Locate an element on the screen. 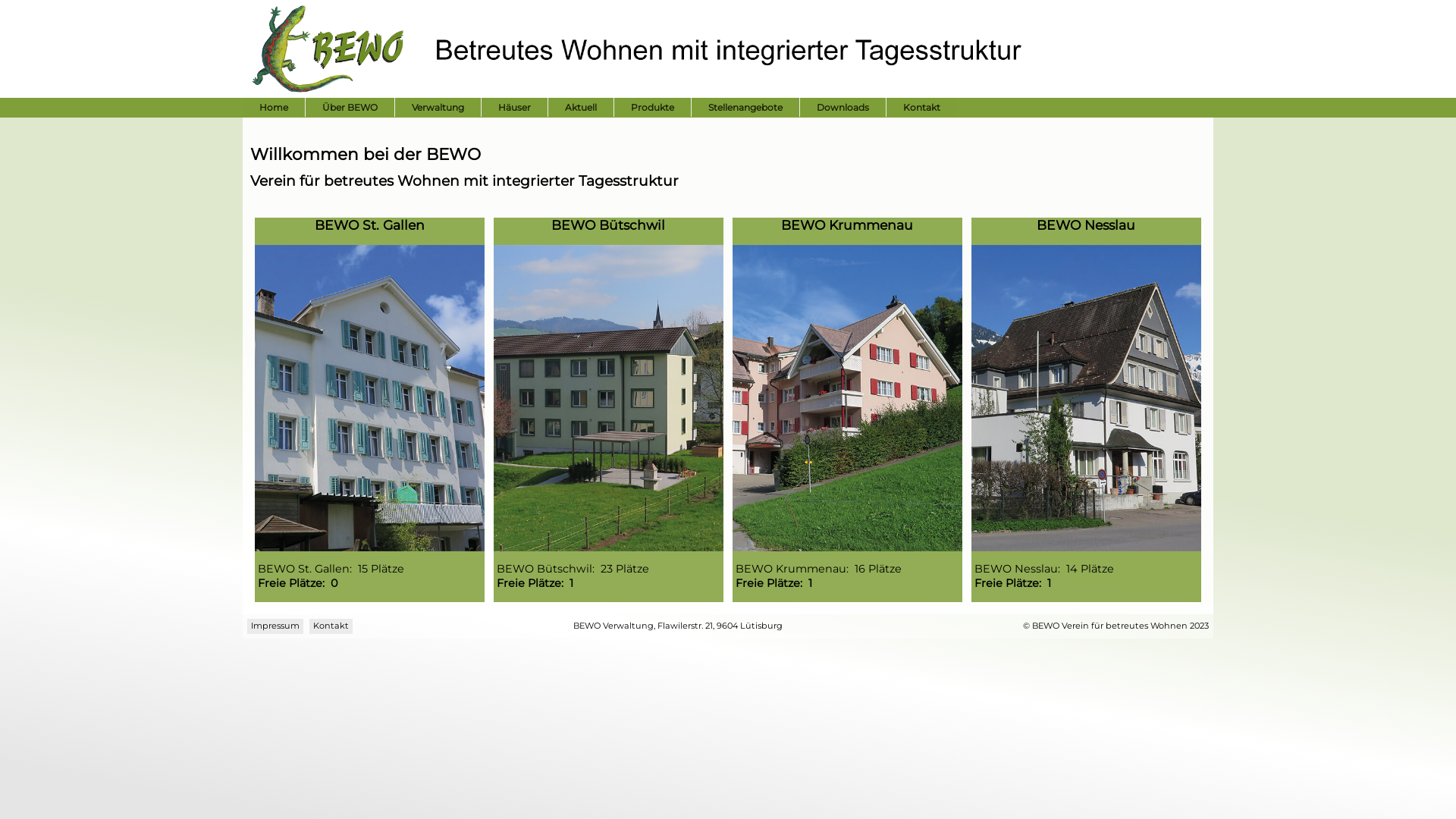 Image resolution: width=1456 pixels, height=819 pixels. 'Aktuell' is located at coordinates (580, 106).